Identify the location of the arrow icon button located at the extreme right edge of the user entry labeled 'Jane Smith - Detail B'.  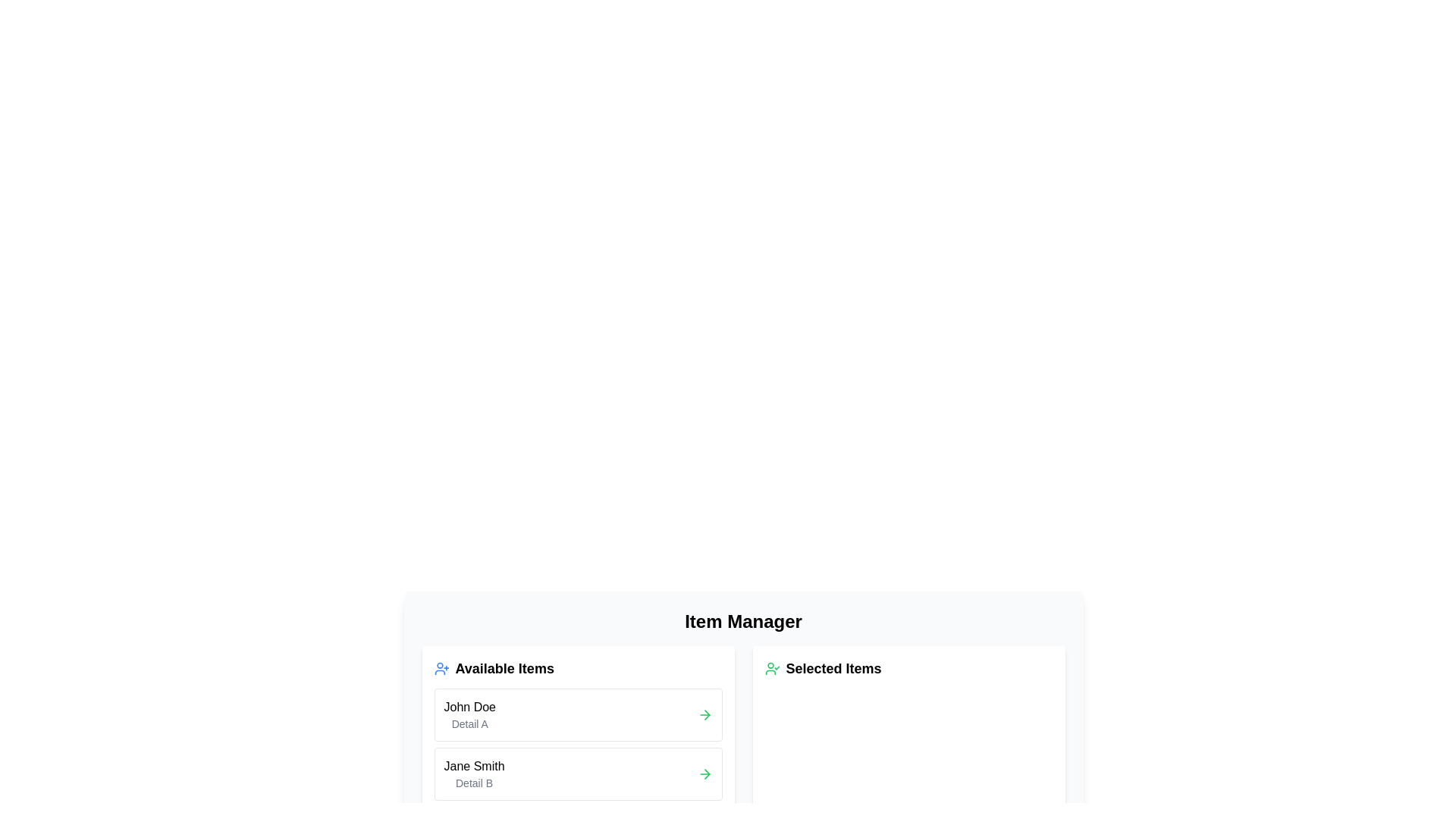
(705, 714).